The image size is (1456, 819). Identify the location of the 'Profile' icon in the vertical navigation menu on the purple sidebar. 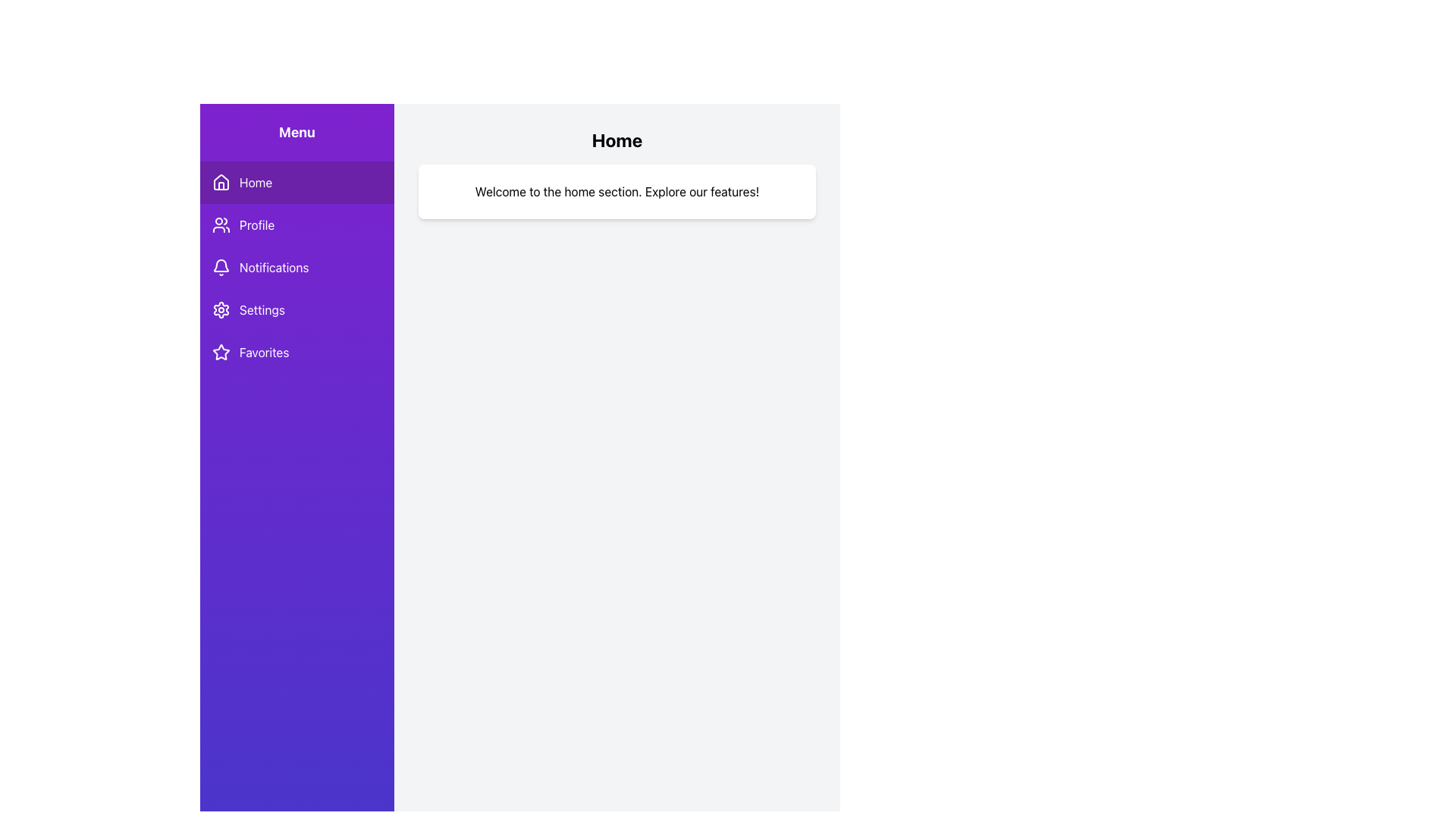
(221, 225).